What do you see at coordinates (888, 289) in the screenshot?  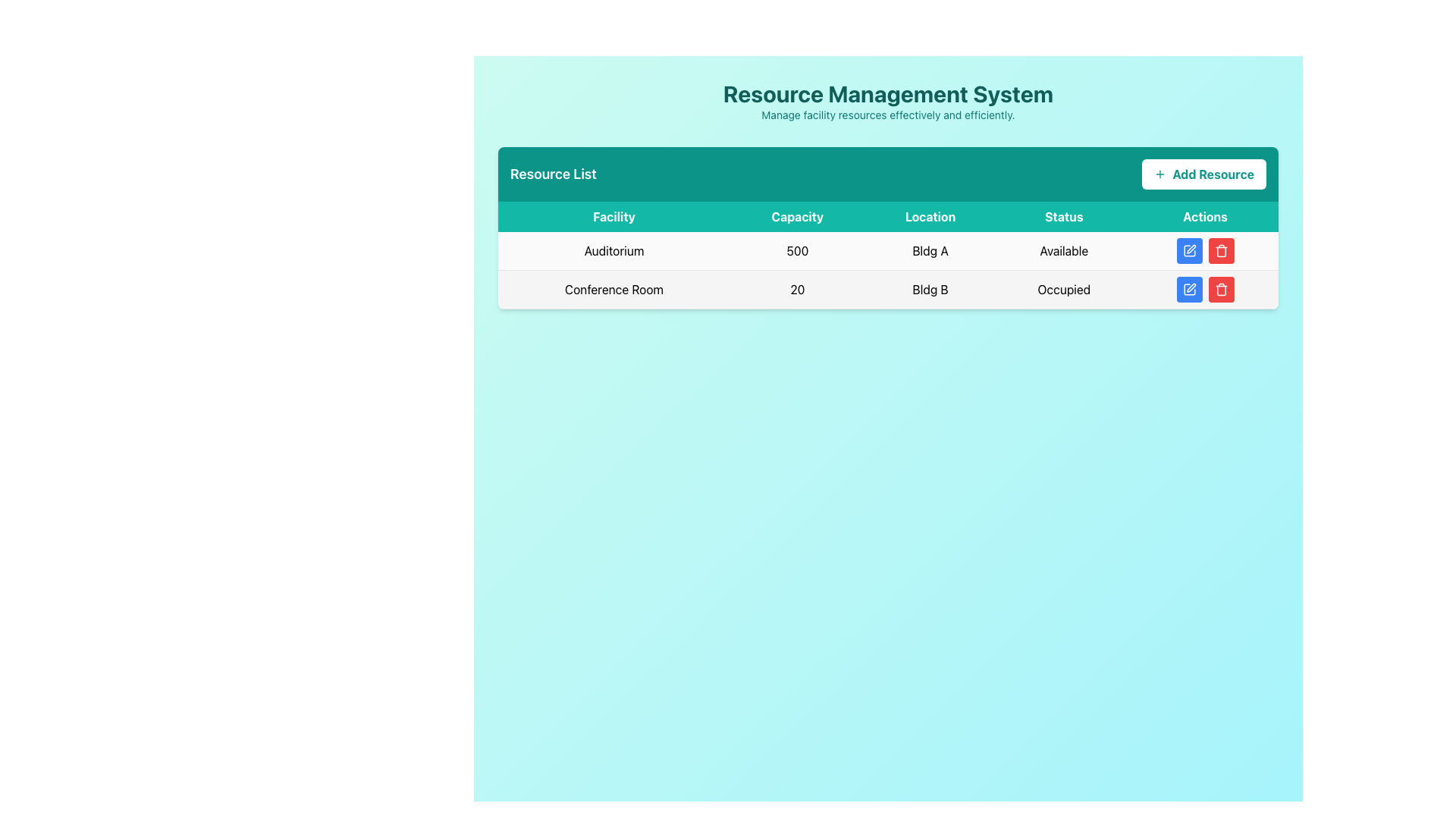 I see `the second row in the 'Resource List' table, which contains details for 'Conference Room', its capacity of '20', location 'Bldg B', and occupancy status 'Occupied'` at bounding box center [888, 289].